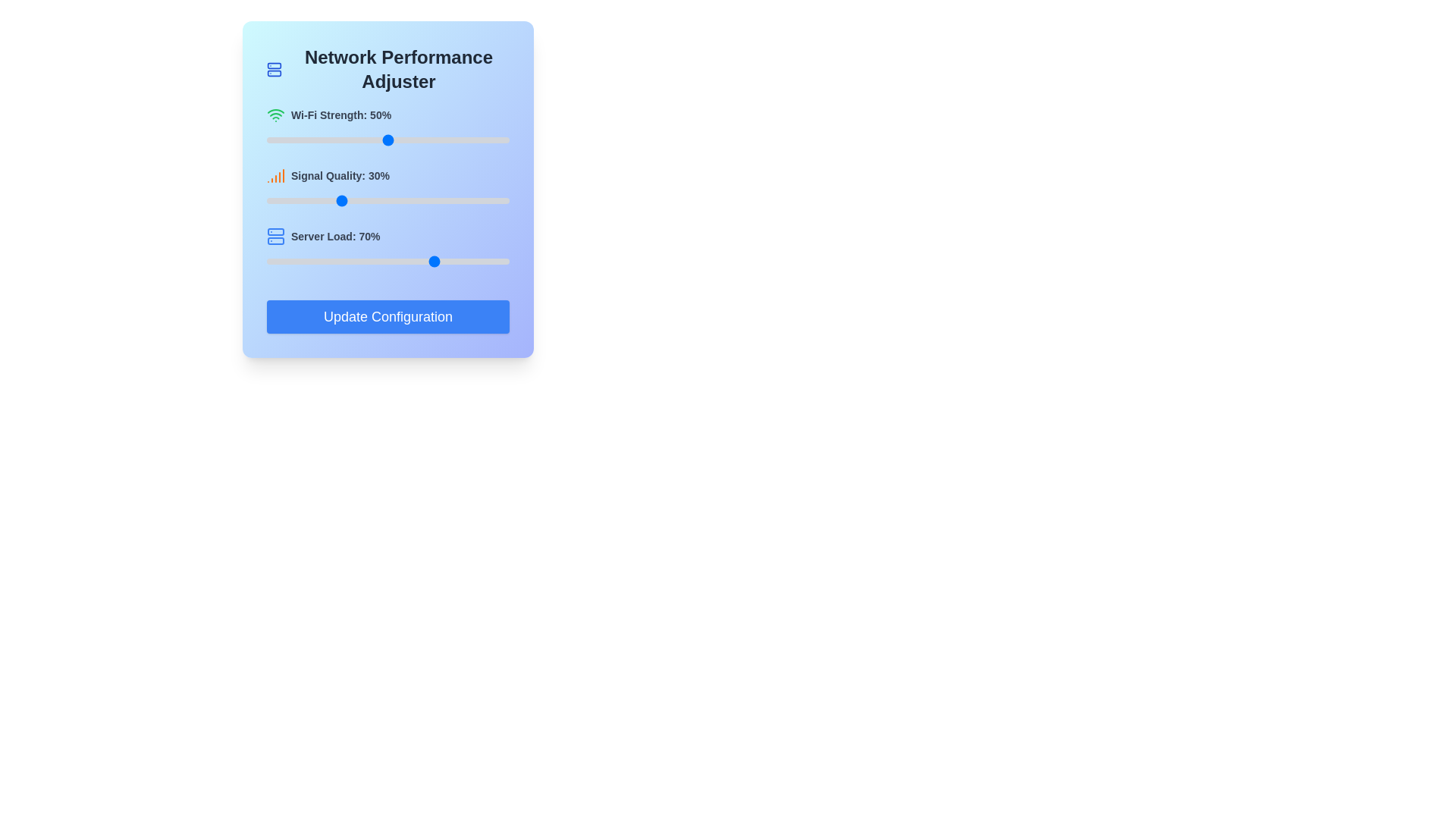 The width and height of the screenshot is (1456, 819). I want to click on the middle horizontal segment of the server icon in the 'Network Performance Adjuster' panel, so click(276, 240).